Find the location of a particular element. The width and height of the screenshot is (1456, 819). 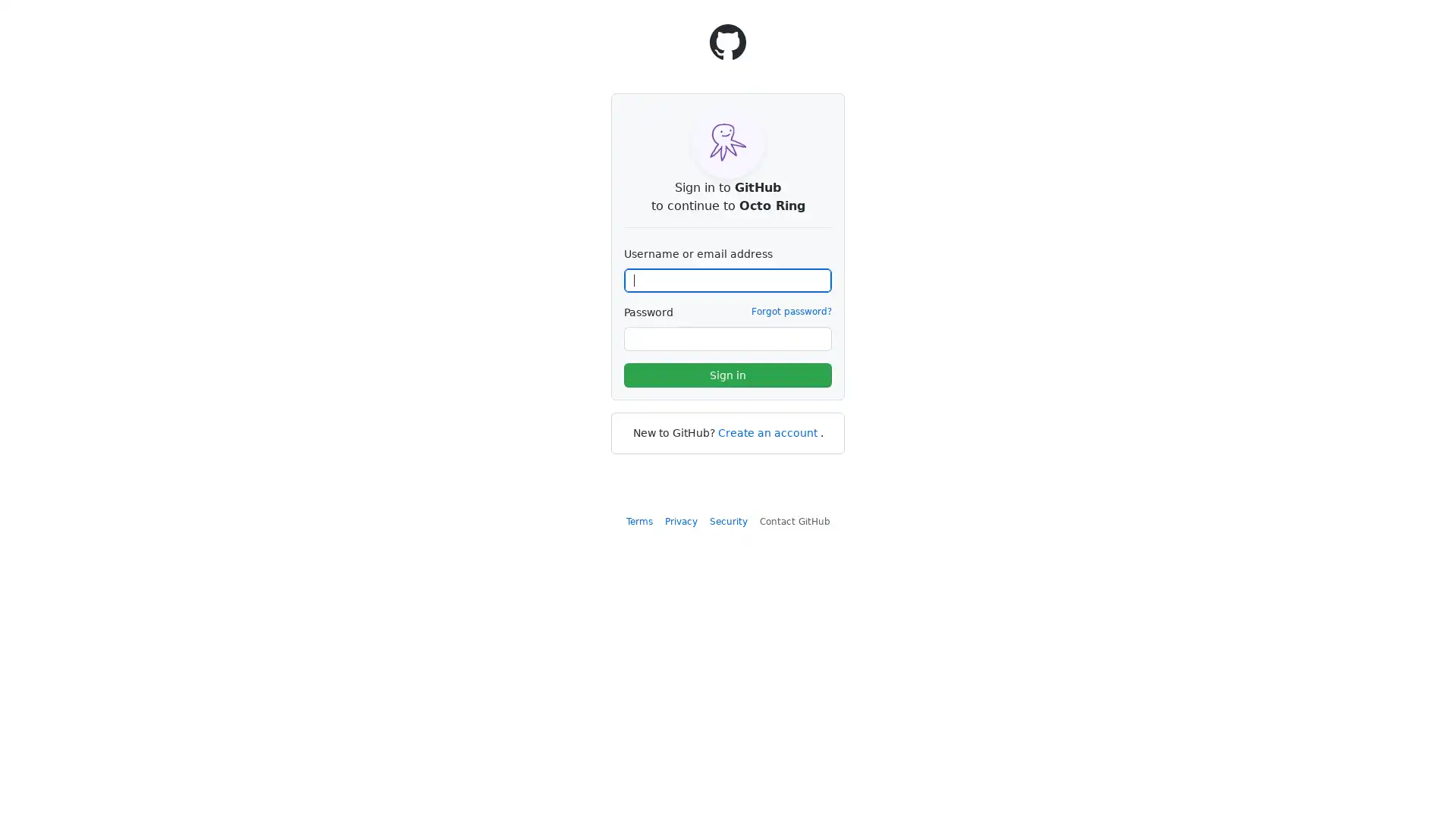

Sign in is located at coordinates (728, 375).